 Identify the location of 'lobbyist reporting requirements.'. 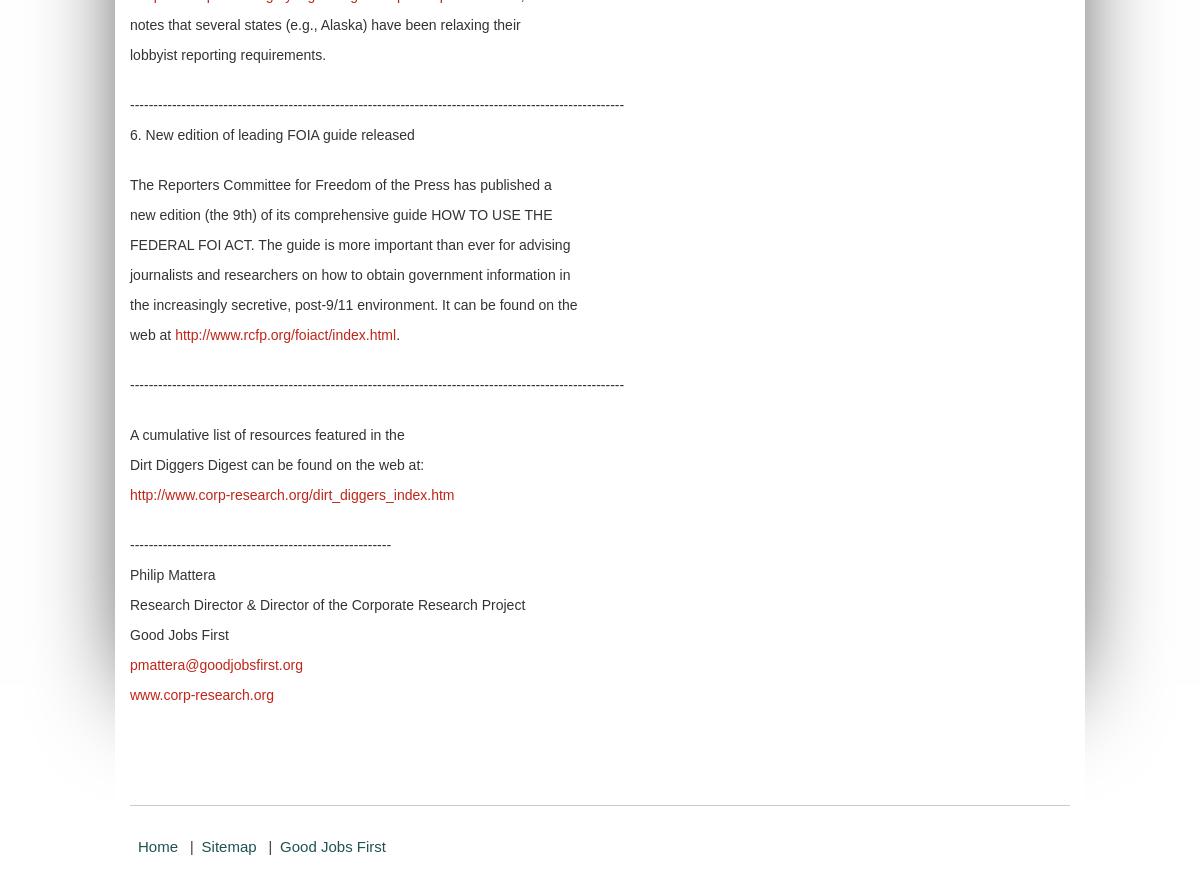
(227, 53).